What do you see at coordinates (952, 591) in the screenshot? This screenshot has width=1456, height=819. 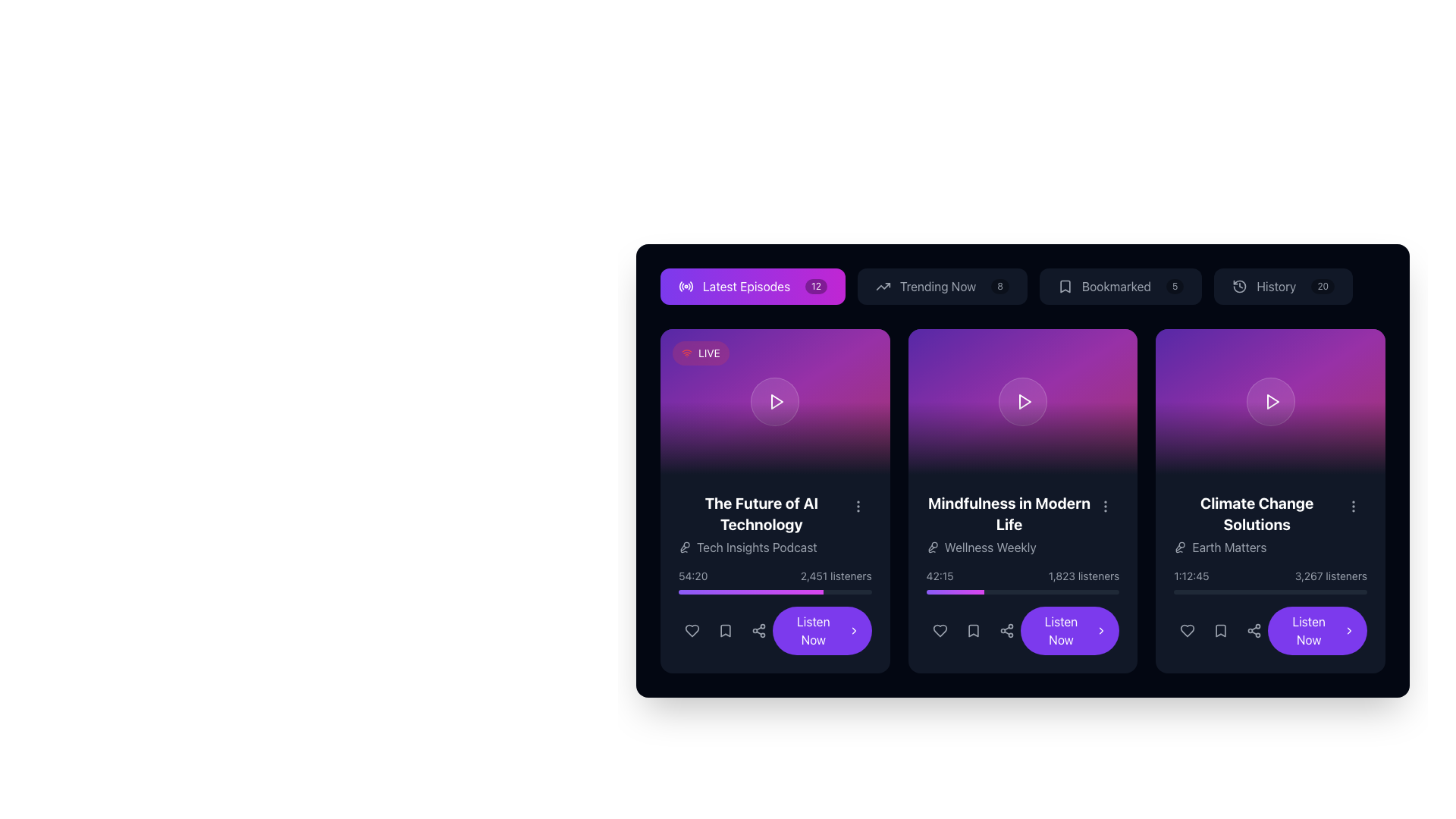 I see `progress` at bounding box center [952, 591].